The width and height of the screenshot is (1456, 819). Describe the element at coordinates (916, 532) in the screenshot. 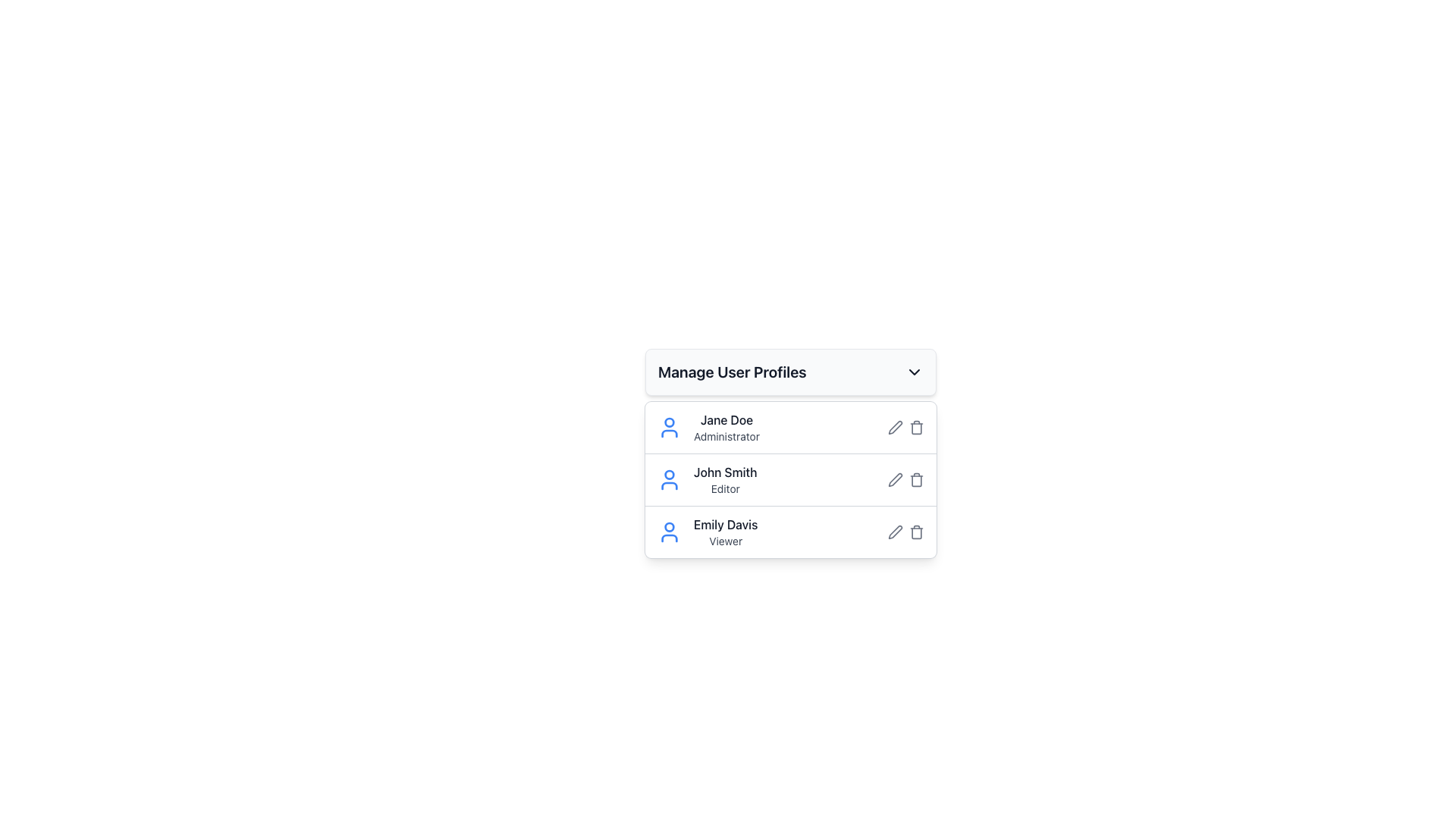

I see `the delete icon button located in the last row of the user list, adjacent to Emily Davis, to initiate the deletion process` at that location.